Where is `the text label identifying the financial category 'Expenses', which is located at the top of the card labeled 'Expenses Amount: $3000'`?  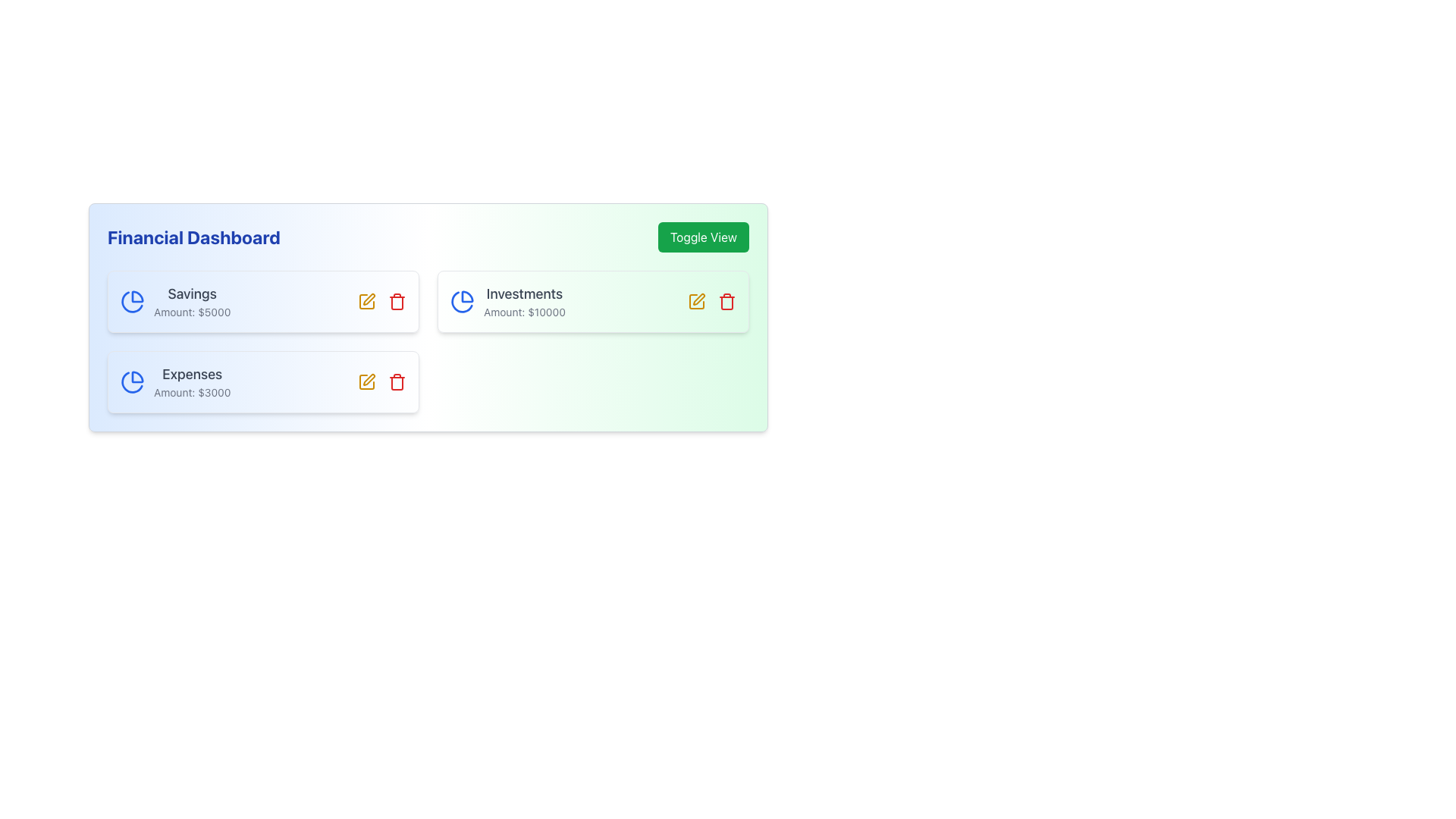 the text label identifying the financial category 'Expenses', which is located at the top of the card labeled 'Expenses Amount: $3000' is located at coordinates (191, 374).